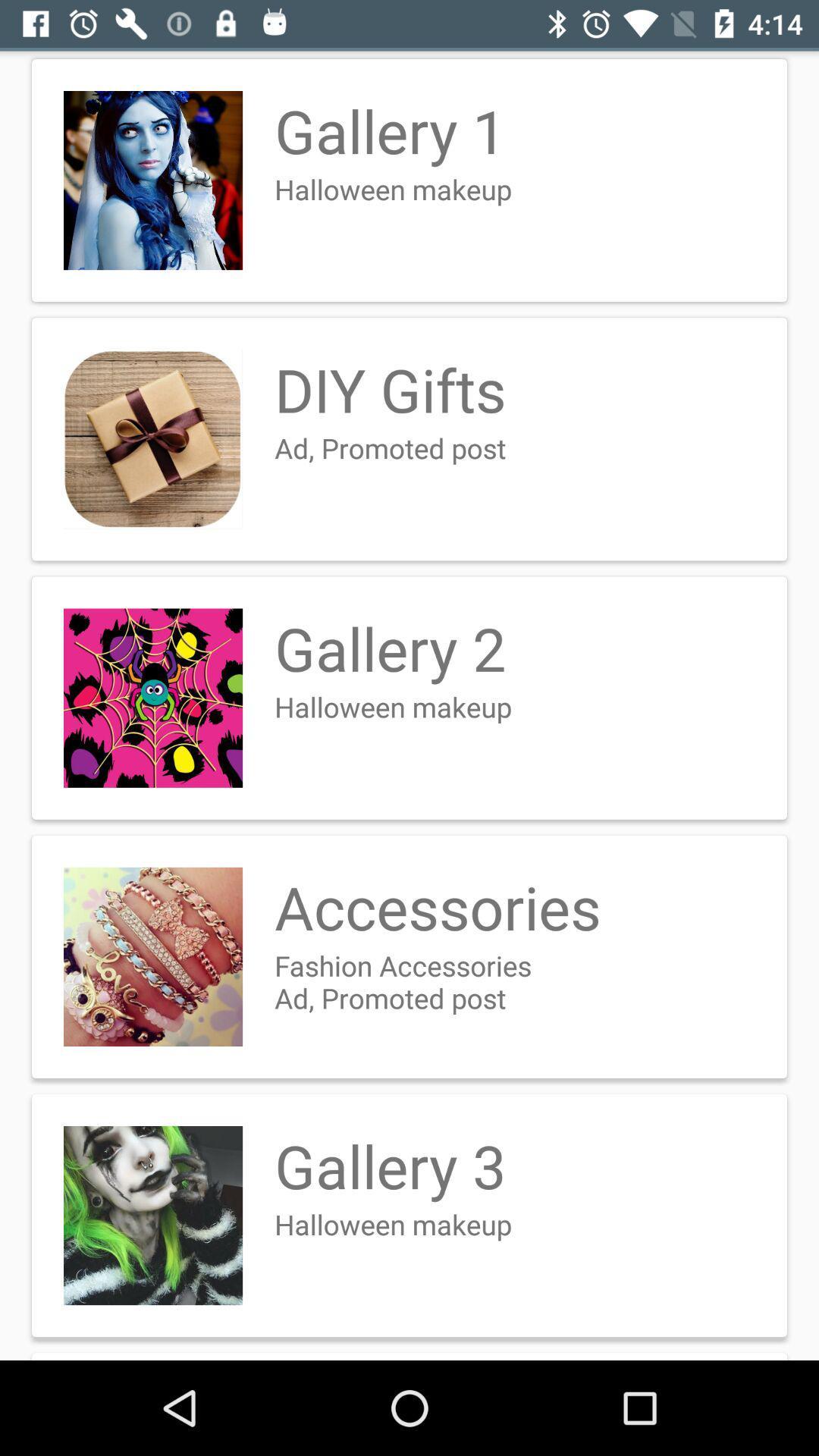 This screenshot has width=819, height=1456. Describe the element at coordinates (152, 698) in the screenshot. I see `image left to gallery 2` at that location.